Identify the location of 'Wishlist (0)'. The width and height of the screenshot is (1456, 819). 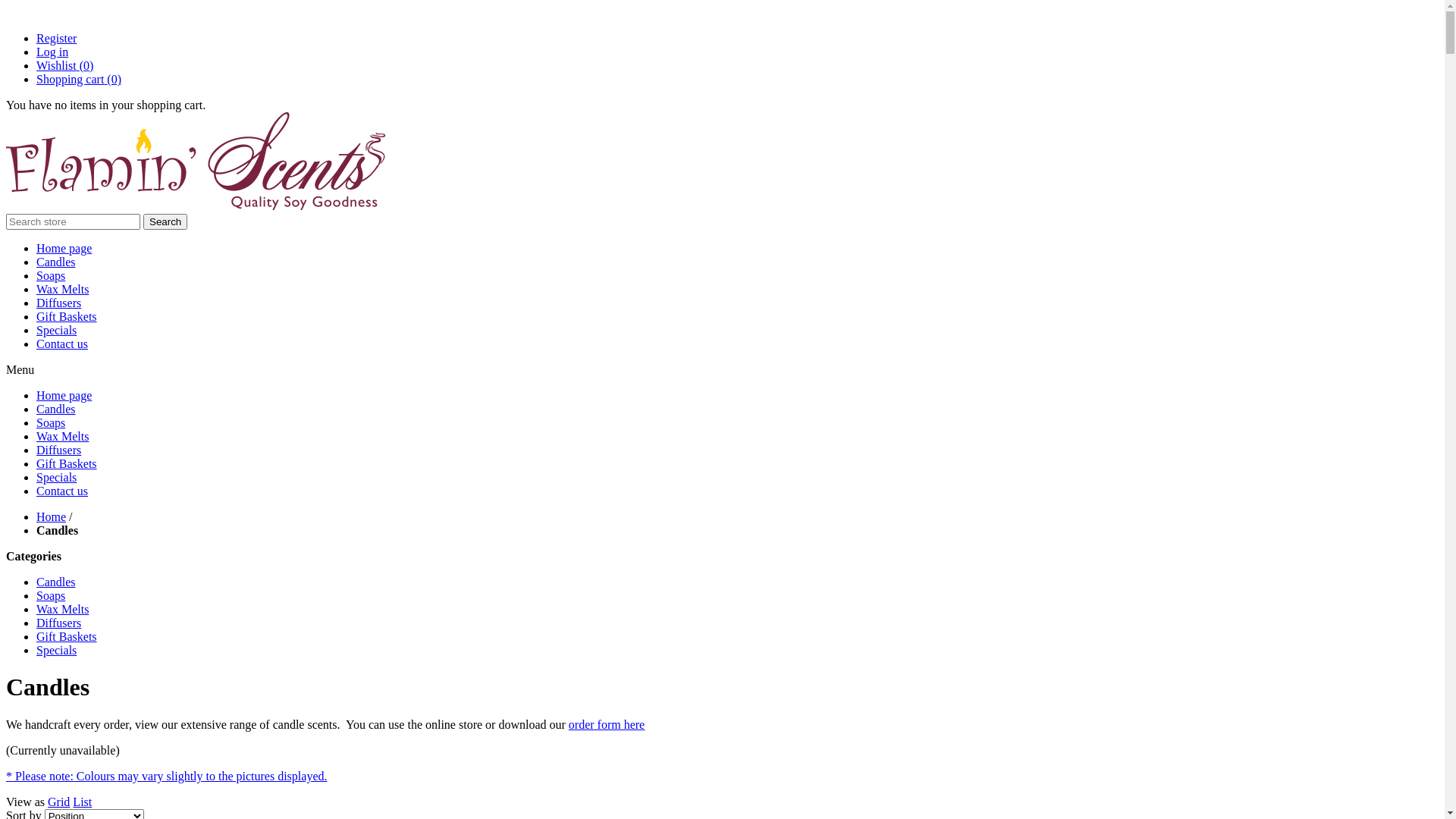
(64, 64).